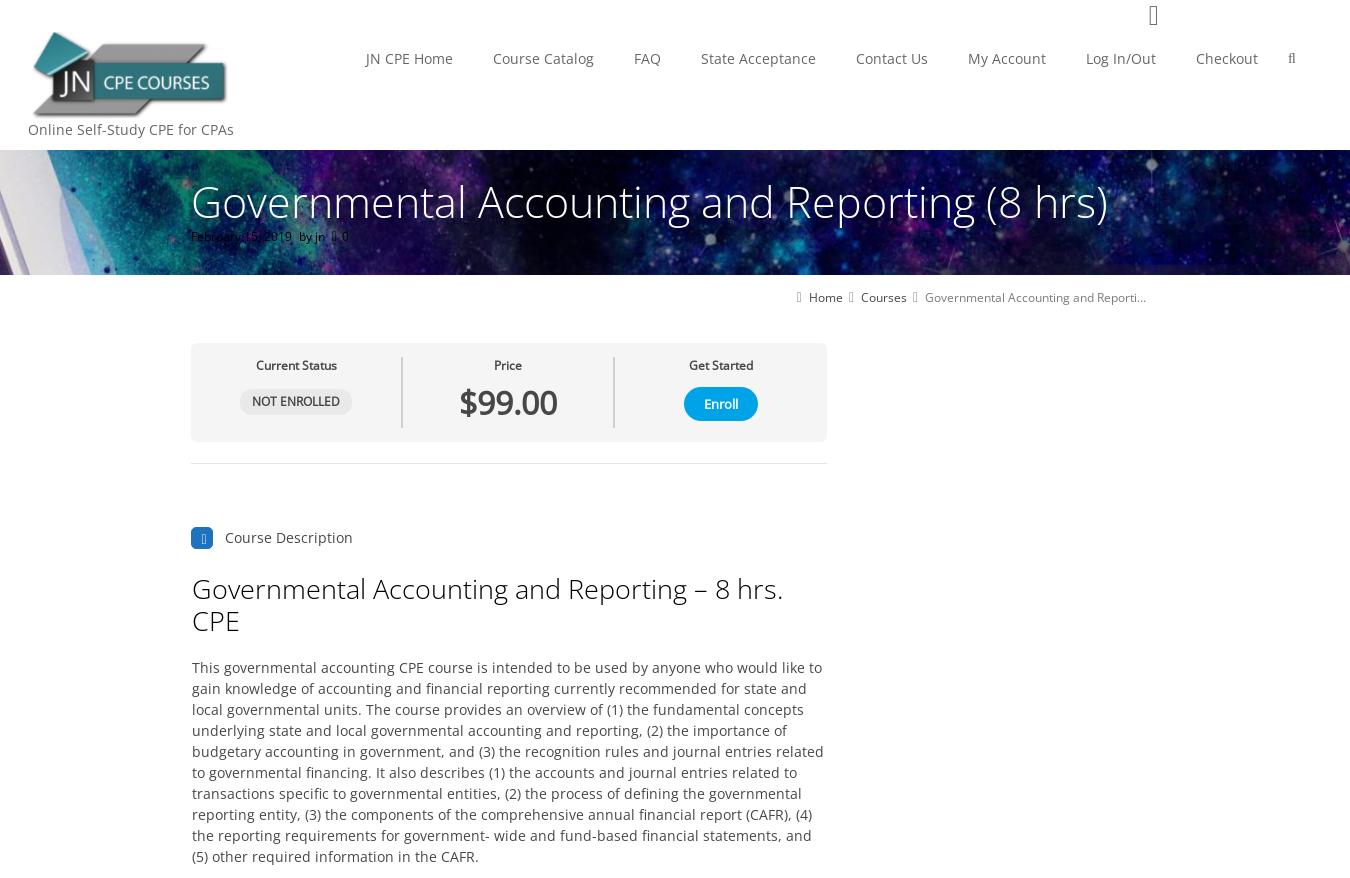  I want to click on 'Get Started', so click(720, 363).